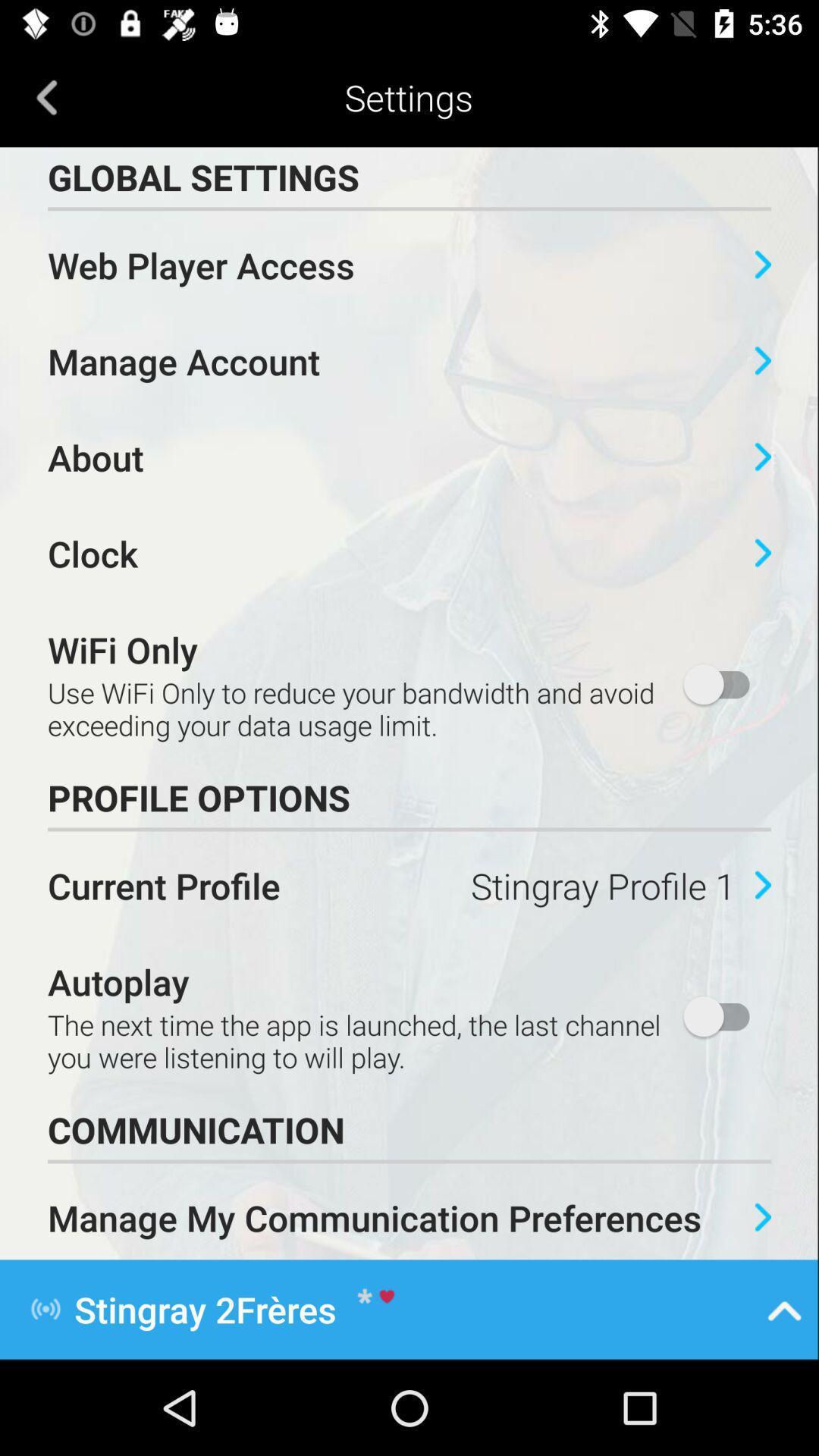 Image resolution: width=819 pixels, height=1456 pixels. What do you see at coordinates (46, 96) in the screenshot?
I see `the arrow_backward icon` at bounding box center [46, 96].